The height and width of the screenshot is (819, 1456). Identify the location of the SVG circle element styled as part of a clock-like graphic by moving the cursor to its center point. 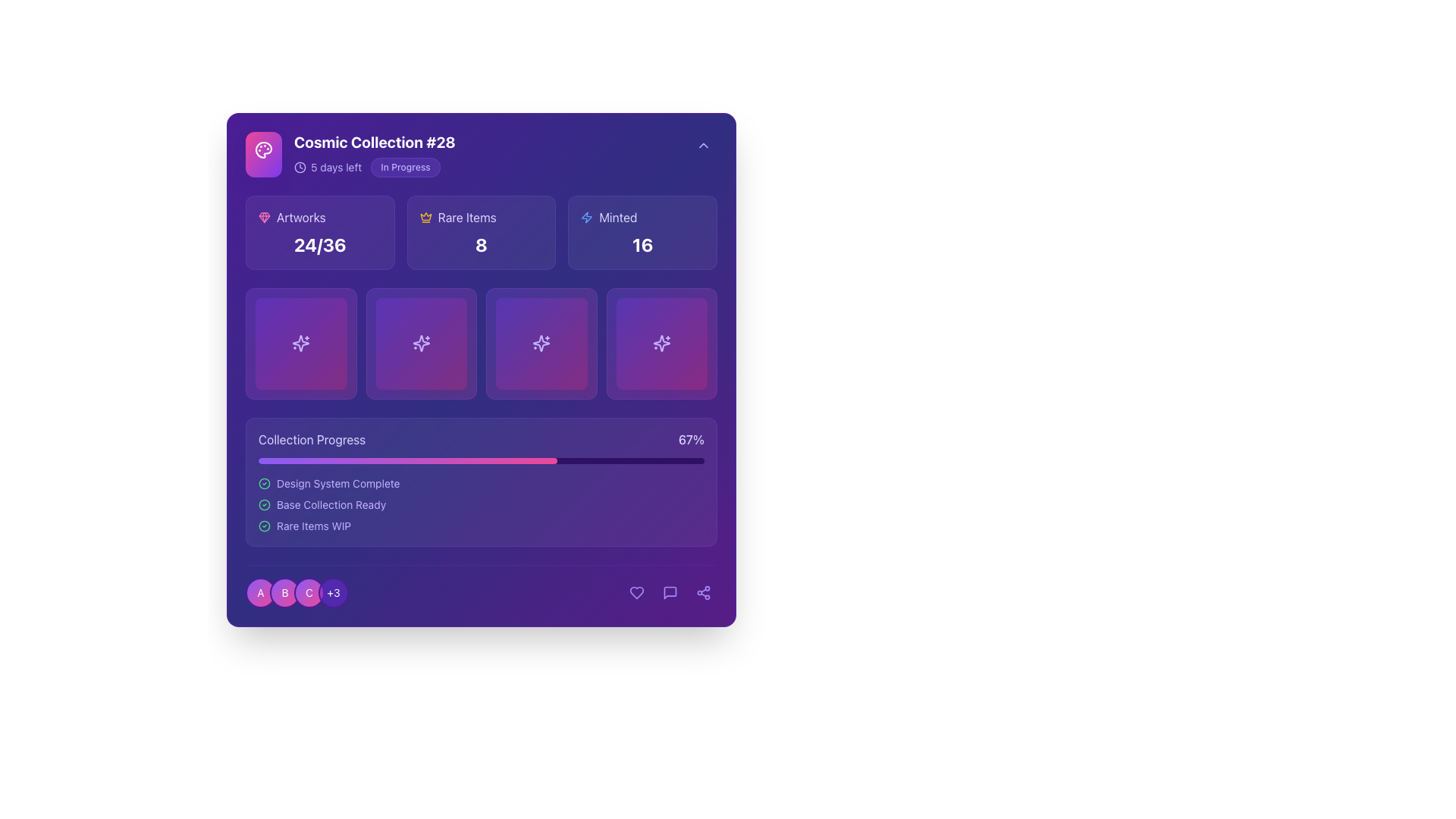
(300, 167).